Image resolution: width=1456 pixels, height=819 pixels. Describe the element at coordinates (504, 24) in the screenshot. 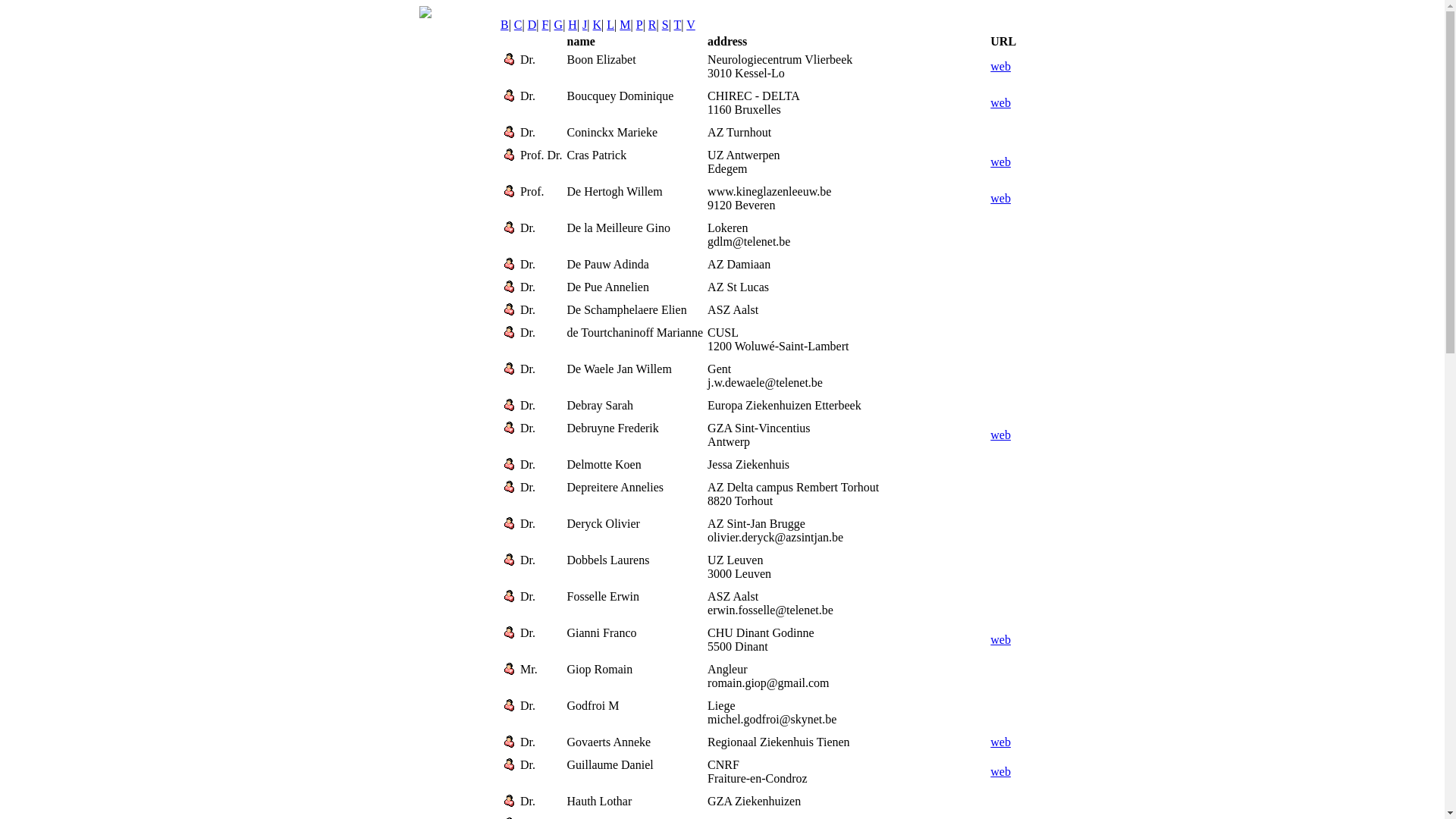

I see `'B'` at that location.